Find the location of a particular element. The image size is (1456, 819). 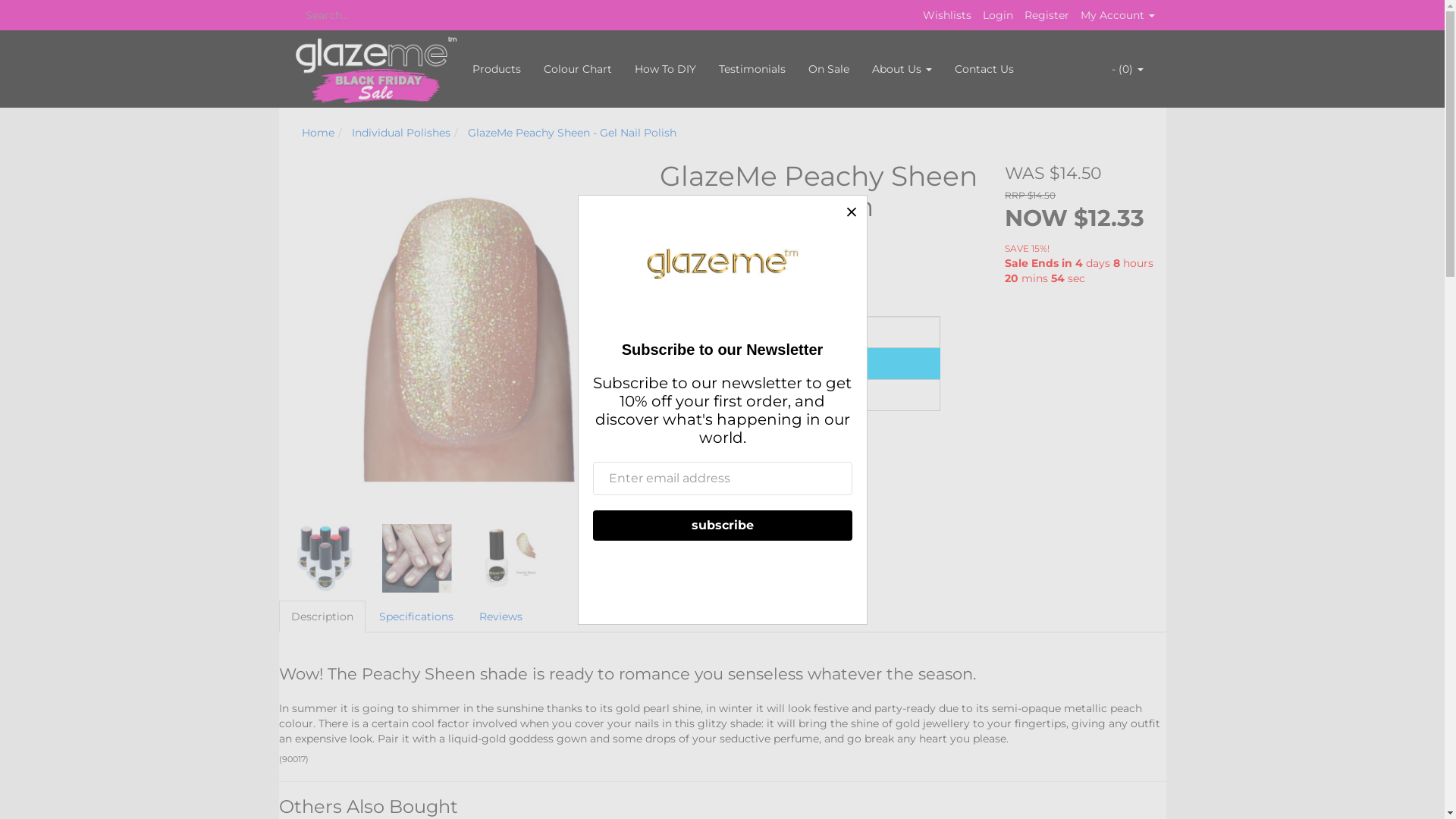

'Search' is located at coordinates (294, 14).